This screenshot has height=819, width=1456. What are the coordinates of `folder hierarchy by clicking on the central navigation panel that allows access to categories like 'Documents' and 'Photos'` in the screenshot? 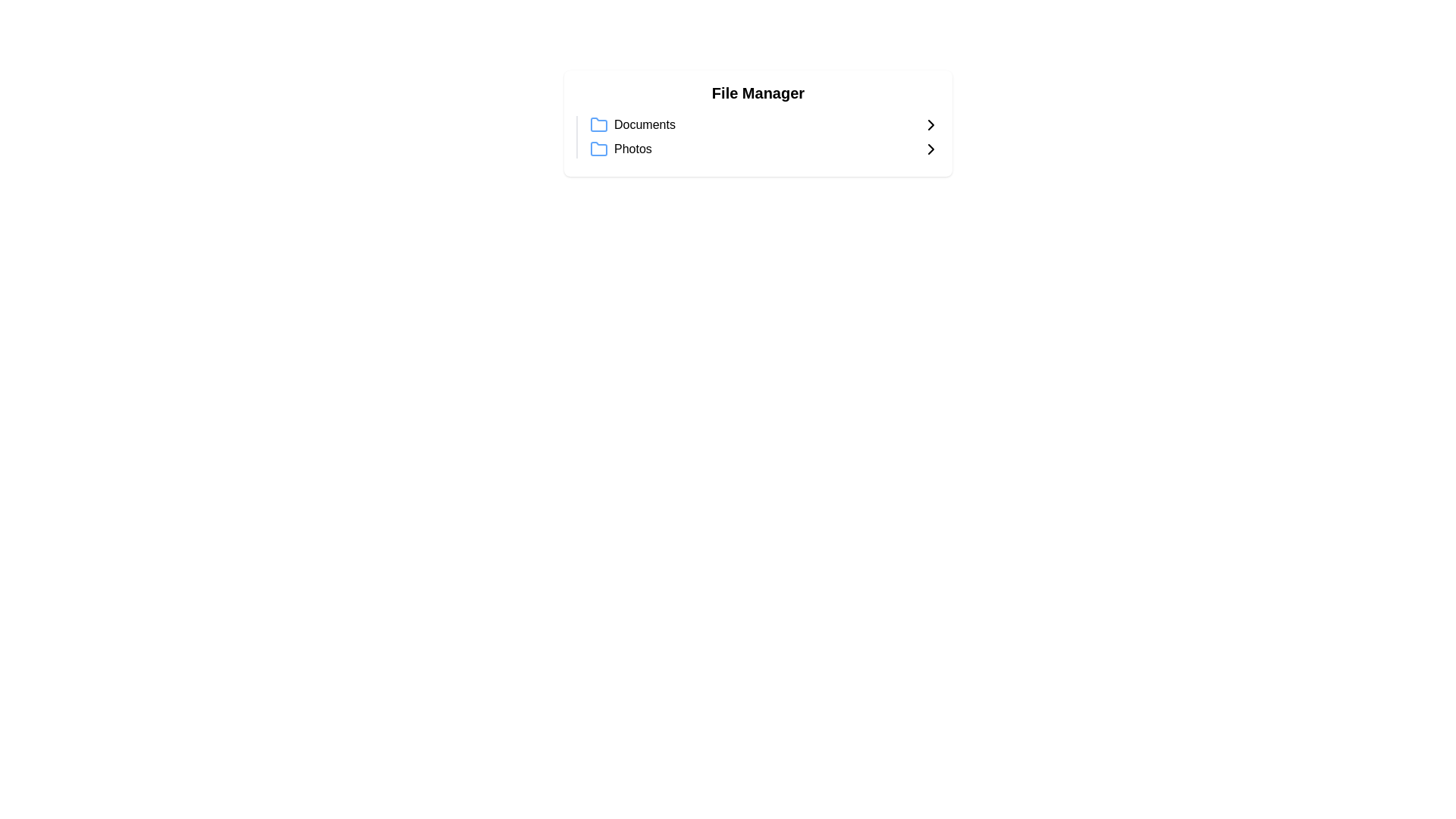 It's located at (758, 122).